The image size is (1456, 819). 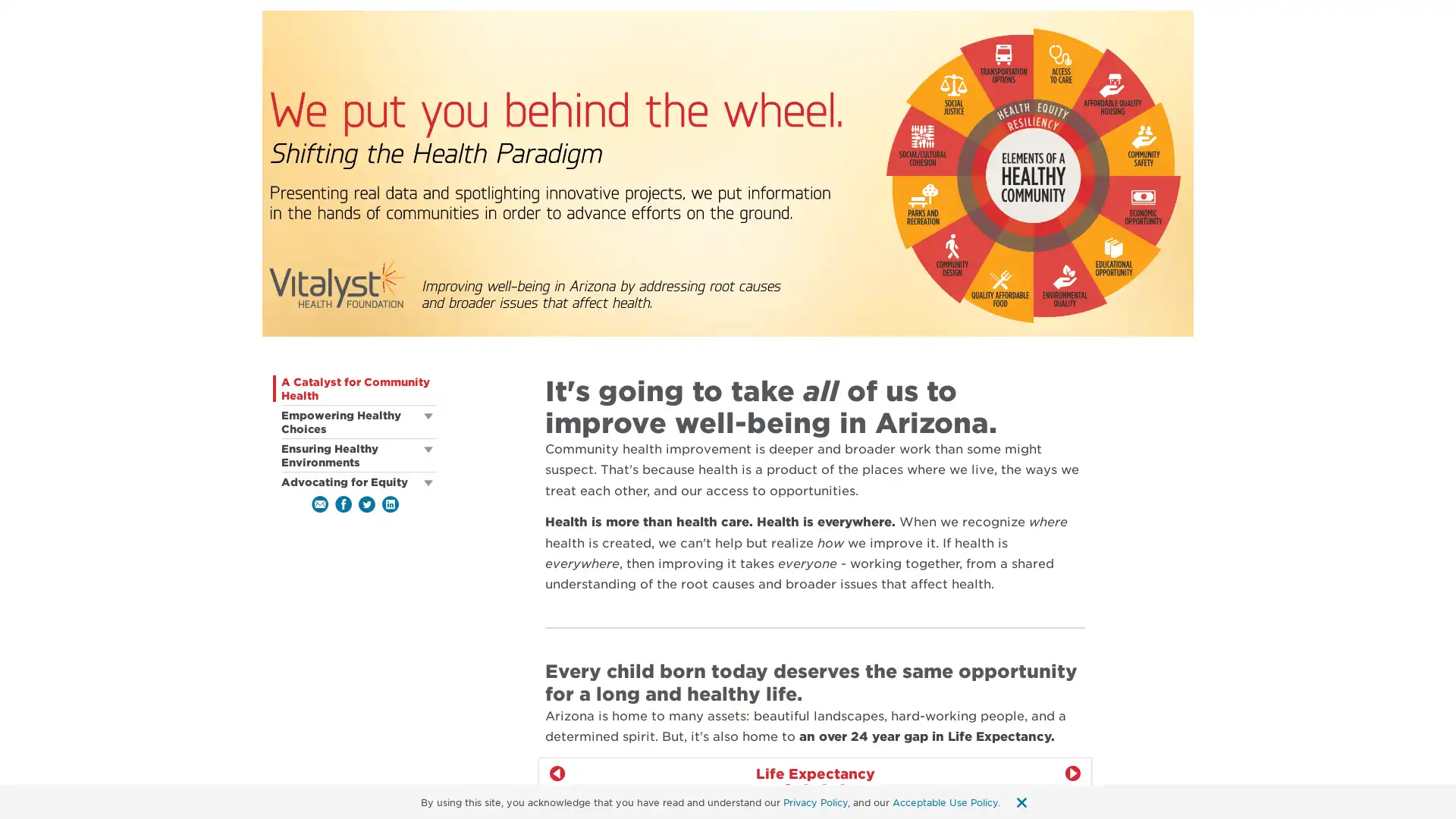 What do you see at coordinates (556, 772) in the screenshot?
I see `previous` at bounding box center [556, 772].